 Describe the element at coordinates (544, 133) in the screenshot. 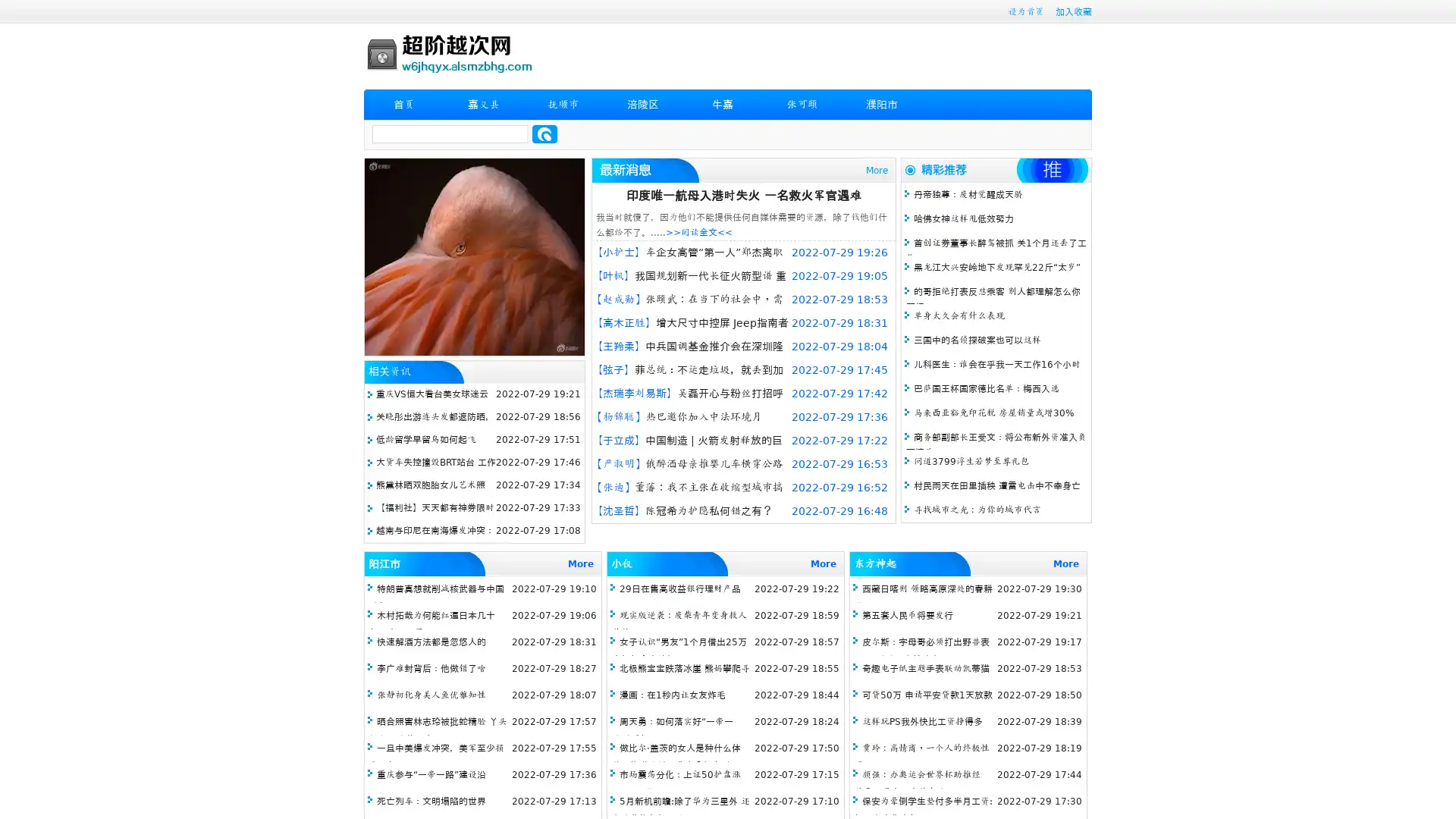

I see `Search` at that location.